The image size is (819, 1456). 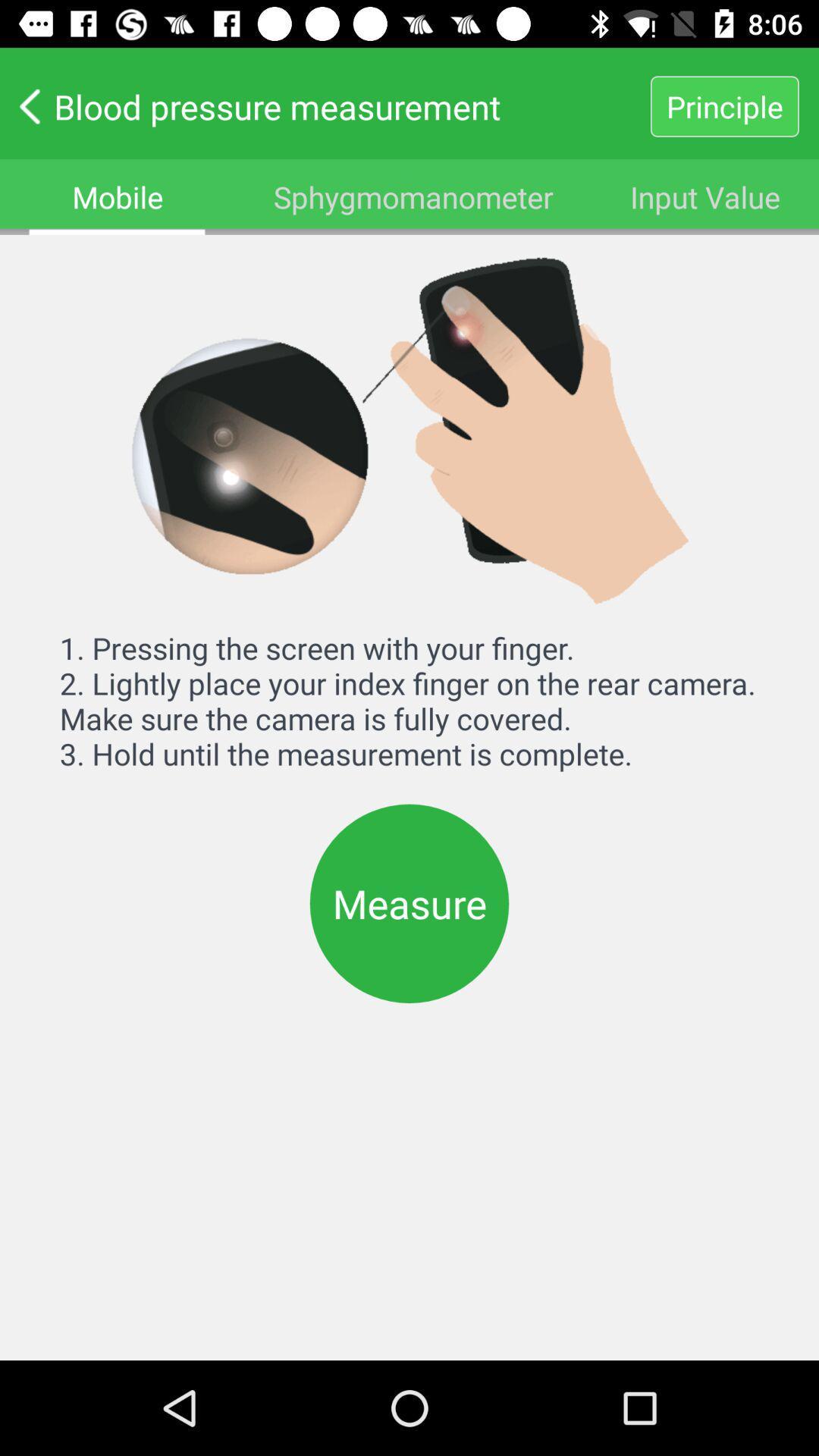 What do you see at coordinates (117, 196) in the screenshot?
I see `mobile item` at bounding box center [117, 196].